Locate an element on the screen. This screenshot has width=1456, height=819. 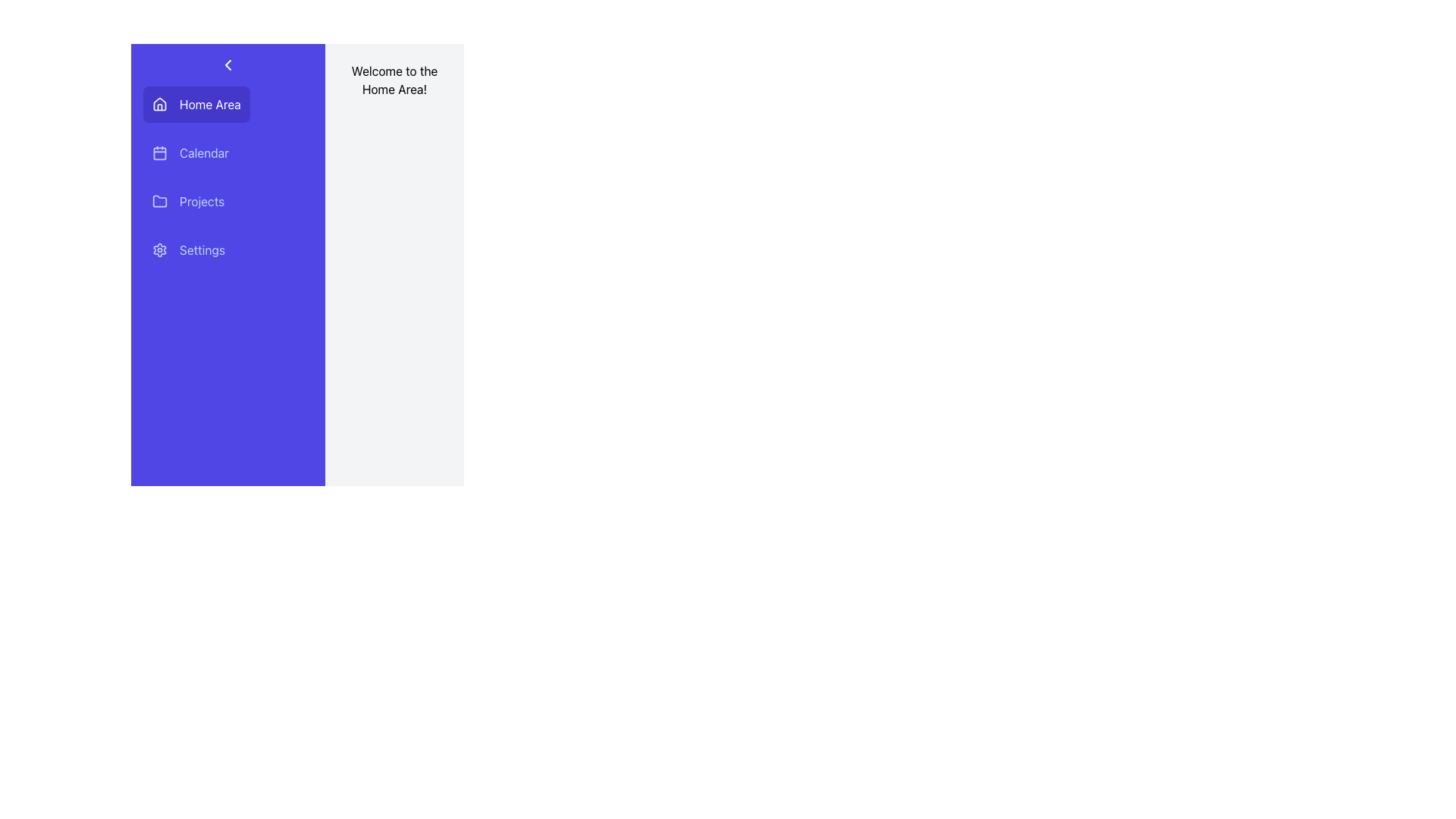
the 'Settings' icon located in the sidebar, which is represented by an SVG vector graphic and is part of the 'Settings' menu option is located at coordinates (160, 249).